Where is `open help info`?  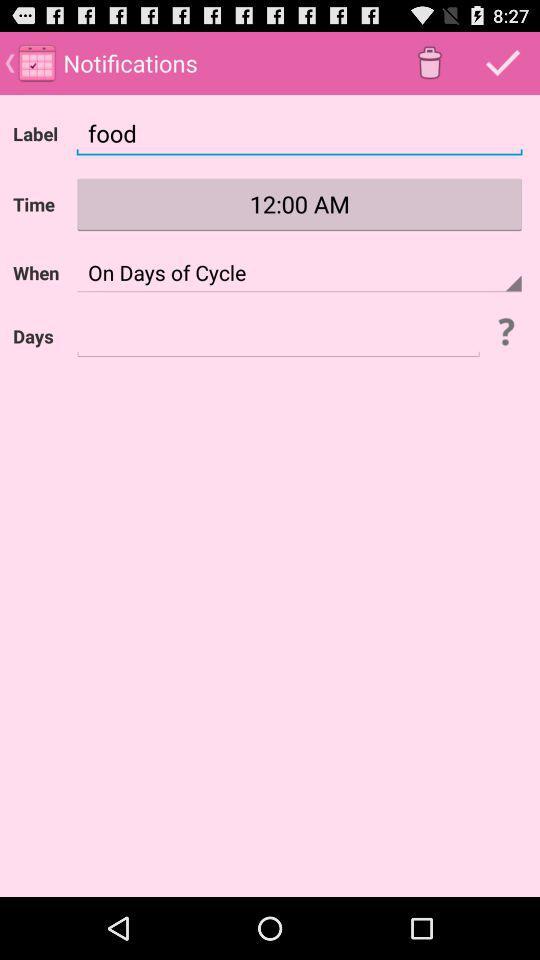 open help info is located at coordinates (504, 331).